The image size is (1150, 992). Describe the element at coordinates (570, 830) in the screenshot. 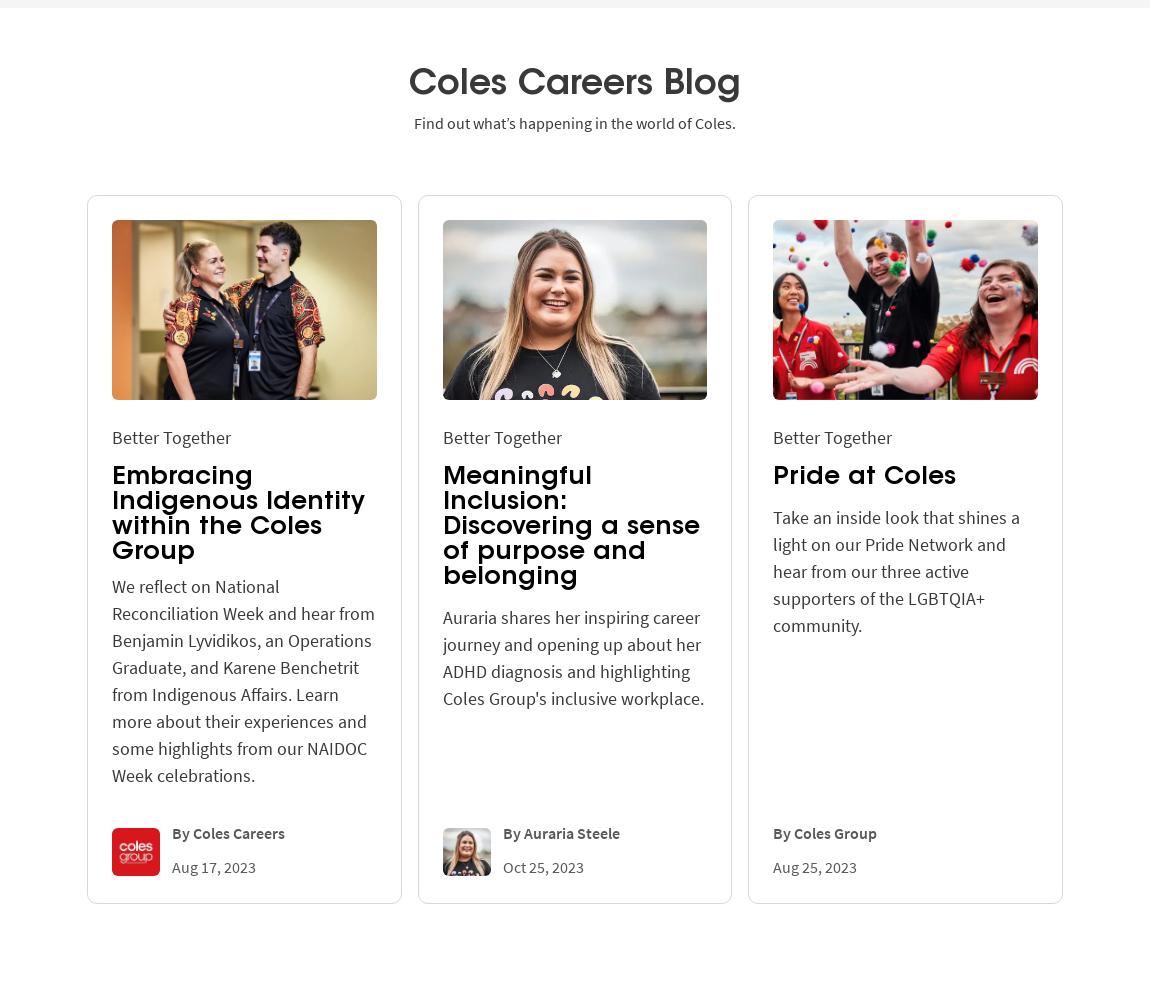

I see `'Auraria Steele'` at that location.